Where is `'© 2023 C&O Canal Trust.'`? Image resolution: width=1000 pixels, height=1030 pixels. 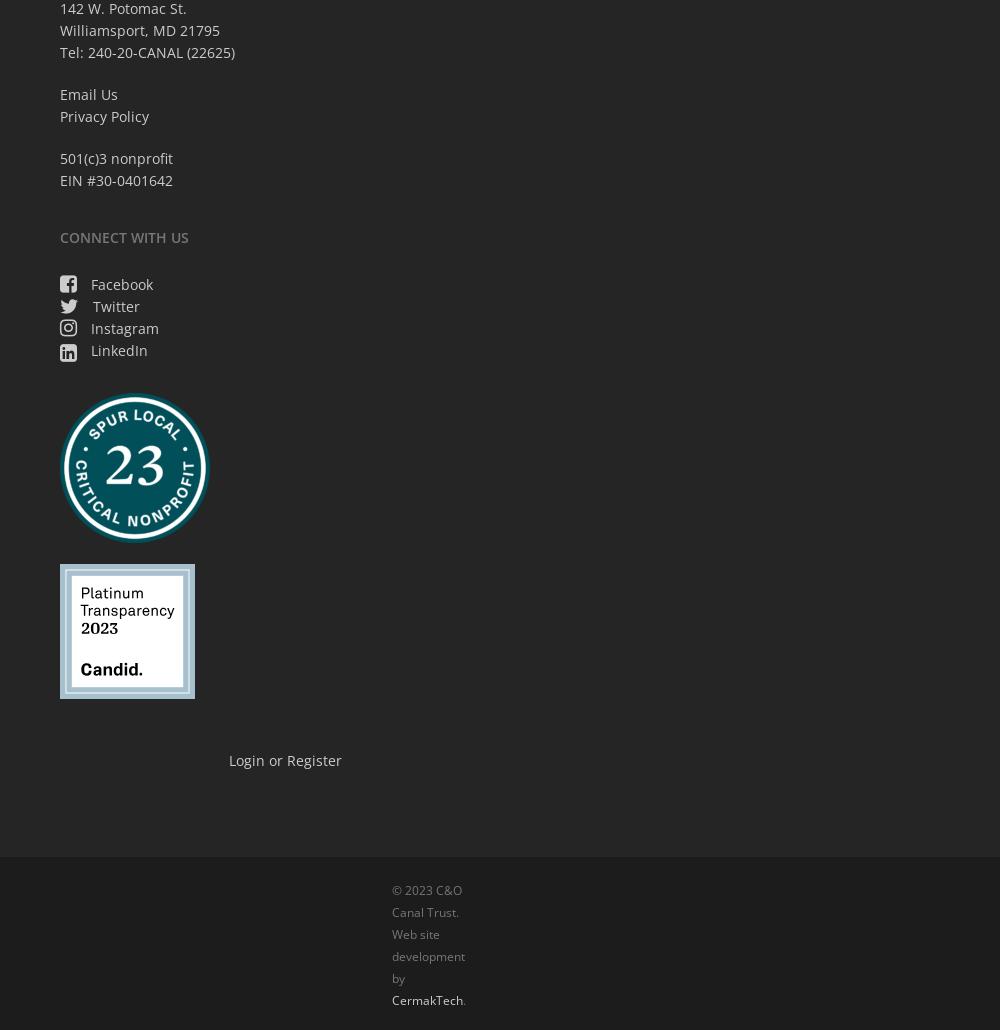 '© 2023 C&O Canal Trust.' is located at coordinates (426, 900).